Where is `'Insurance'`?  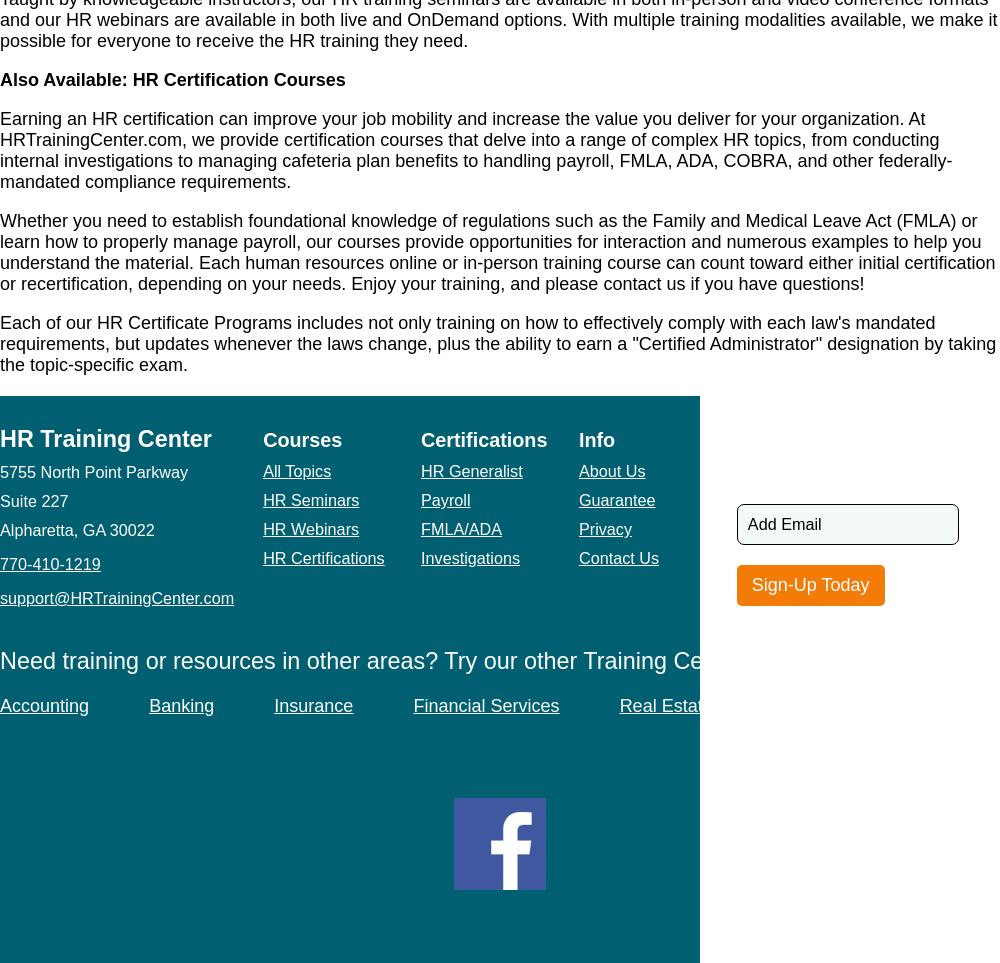
'Insurance' is located at coordinates (312, 704).